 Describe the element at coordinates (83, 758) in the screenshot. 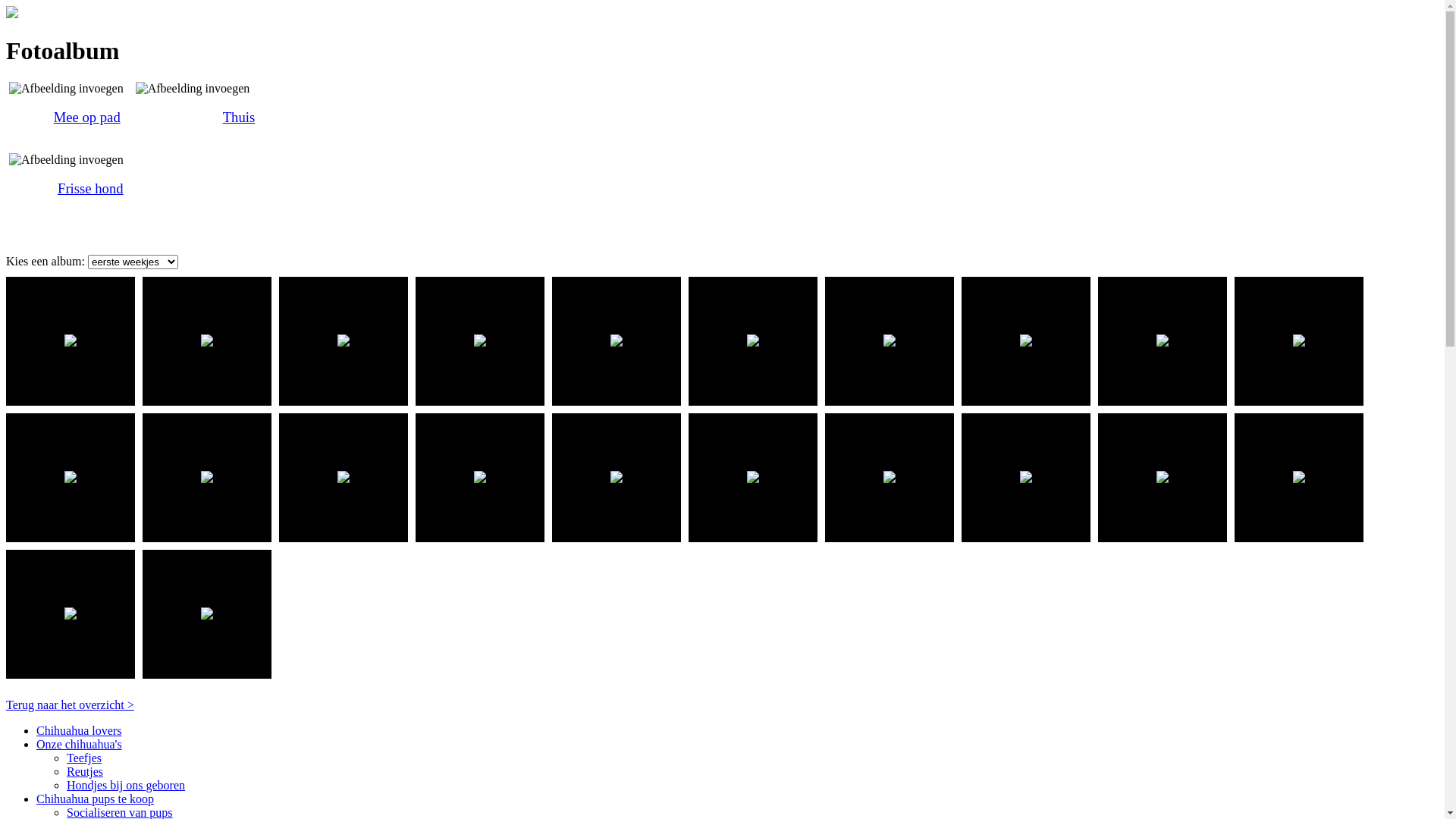

I see `'Teefjes'` at that location.